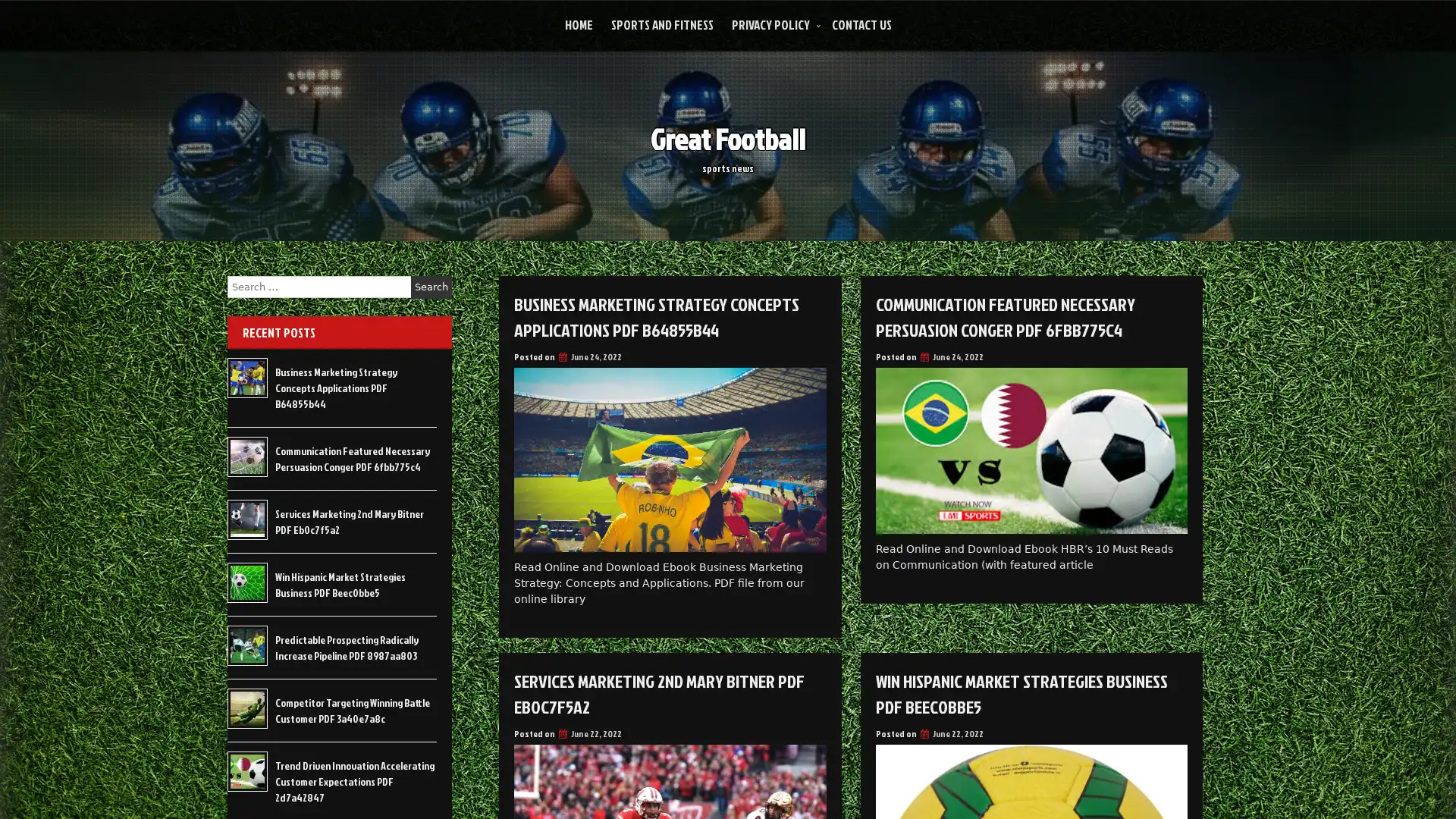 The image size is (1456, 819). What do you see at coordinates (431, 287) in the screenshot?
I see `Search` at bounding box center [431, 287].